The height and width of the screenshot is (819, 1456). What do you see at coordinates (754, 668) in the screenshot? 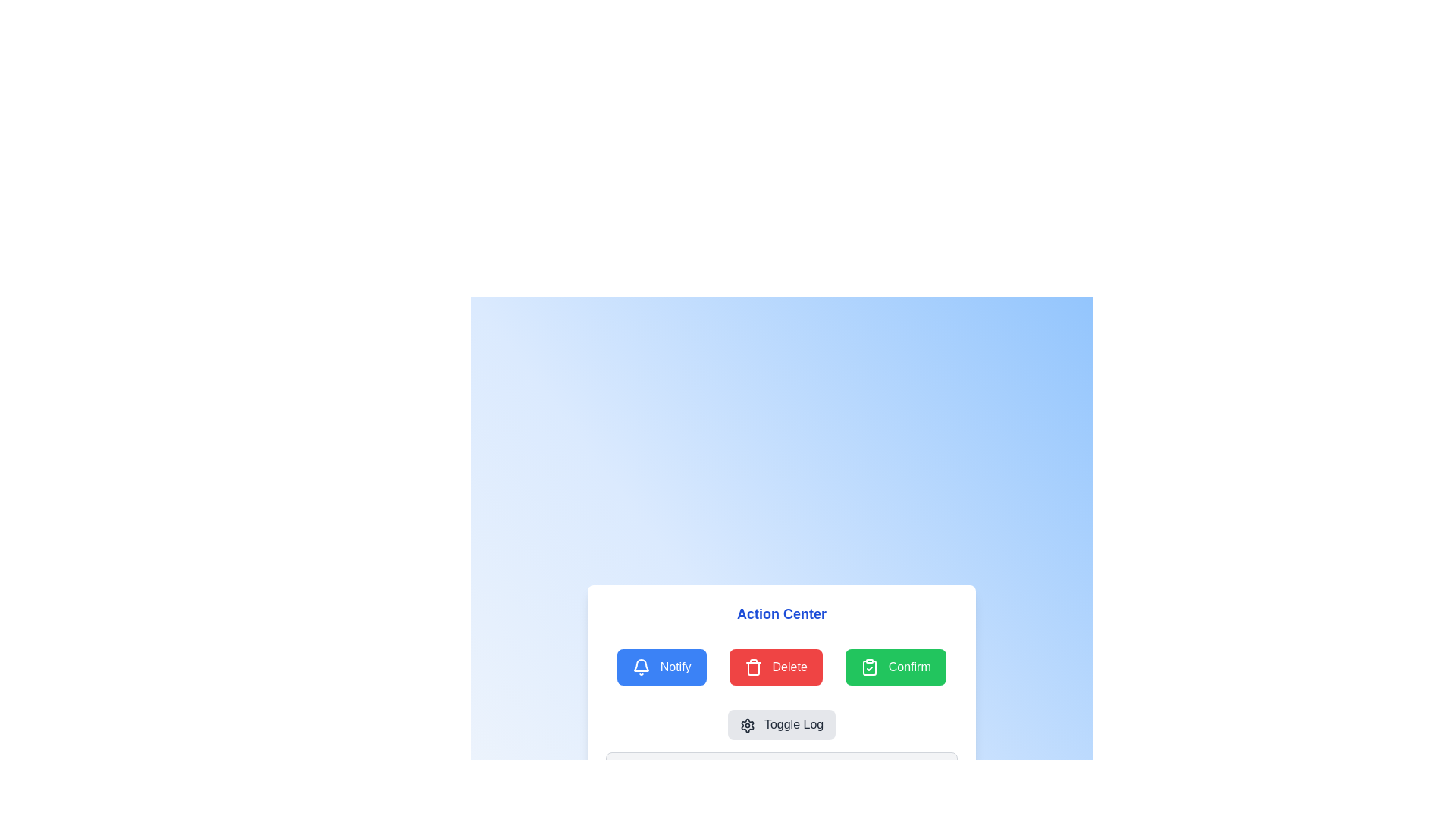
I see `the trash can icon representing the delete function located in the central action bar of the interface` at bounding box center [754, 668].